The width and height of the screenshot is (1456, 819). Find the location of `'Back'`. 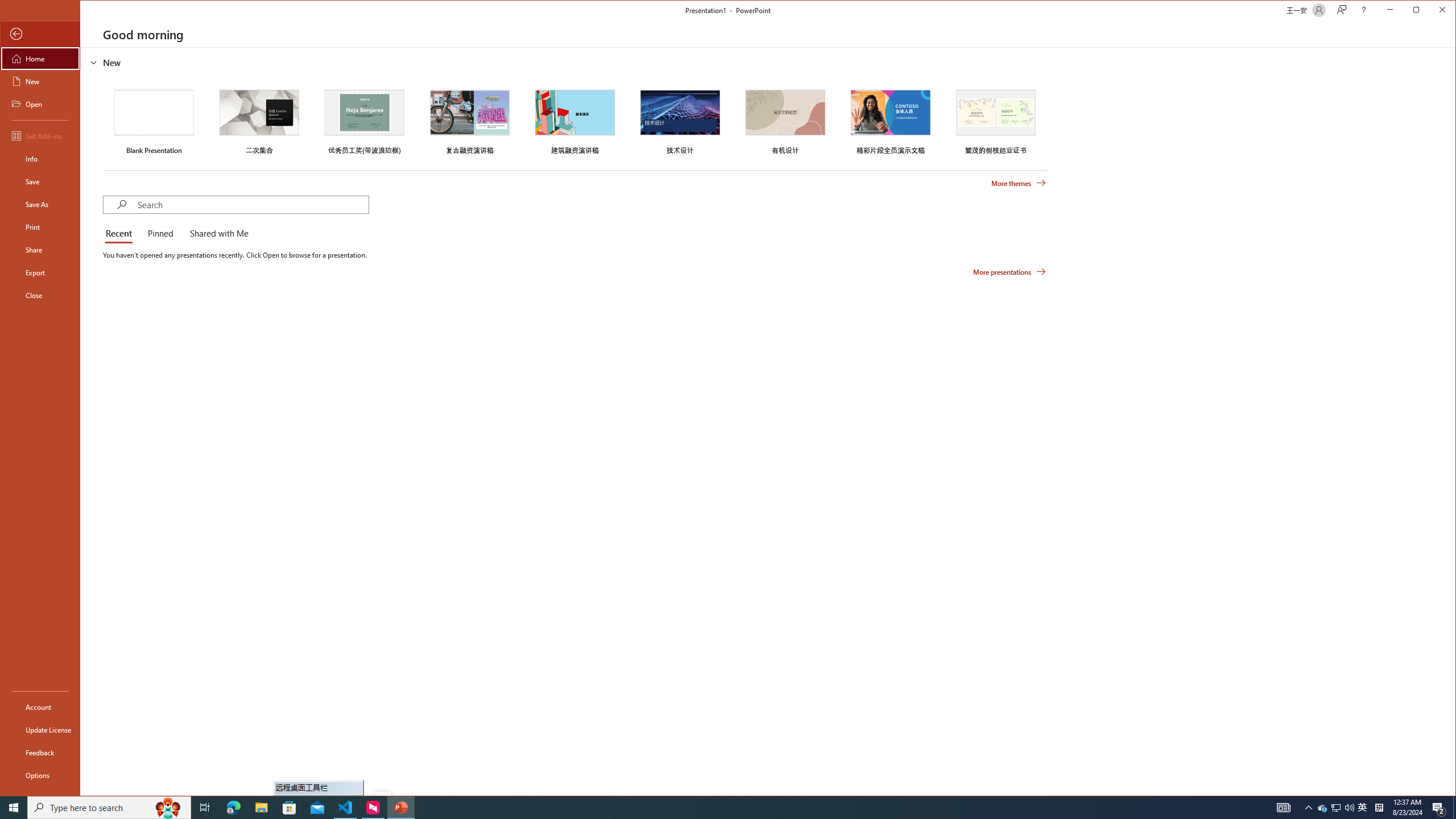

'Back' is located at coordinates (39, 34).